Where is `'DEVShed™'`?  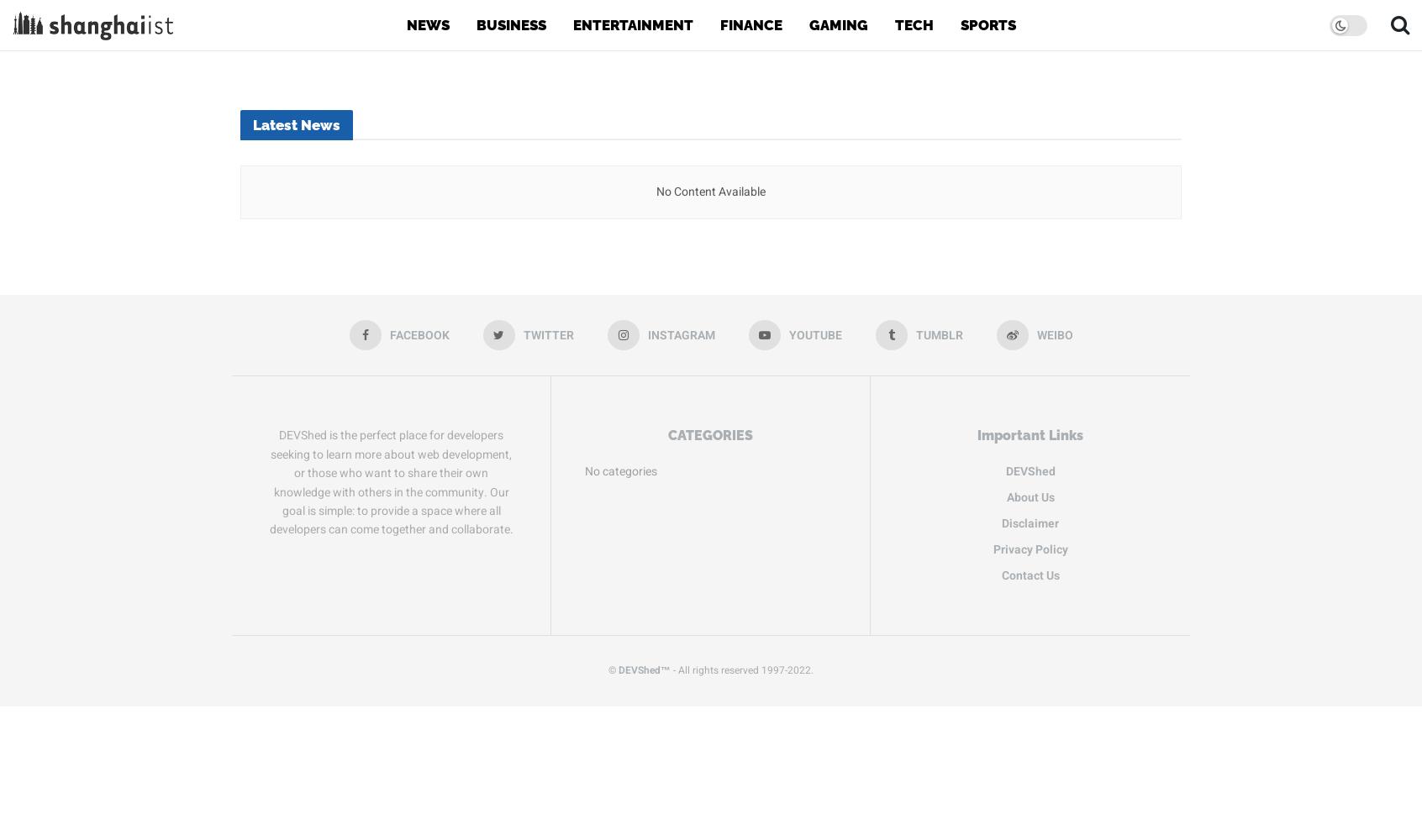
'DEVShed™' is located at coordinates (643, 669).